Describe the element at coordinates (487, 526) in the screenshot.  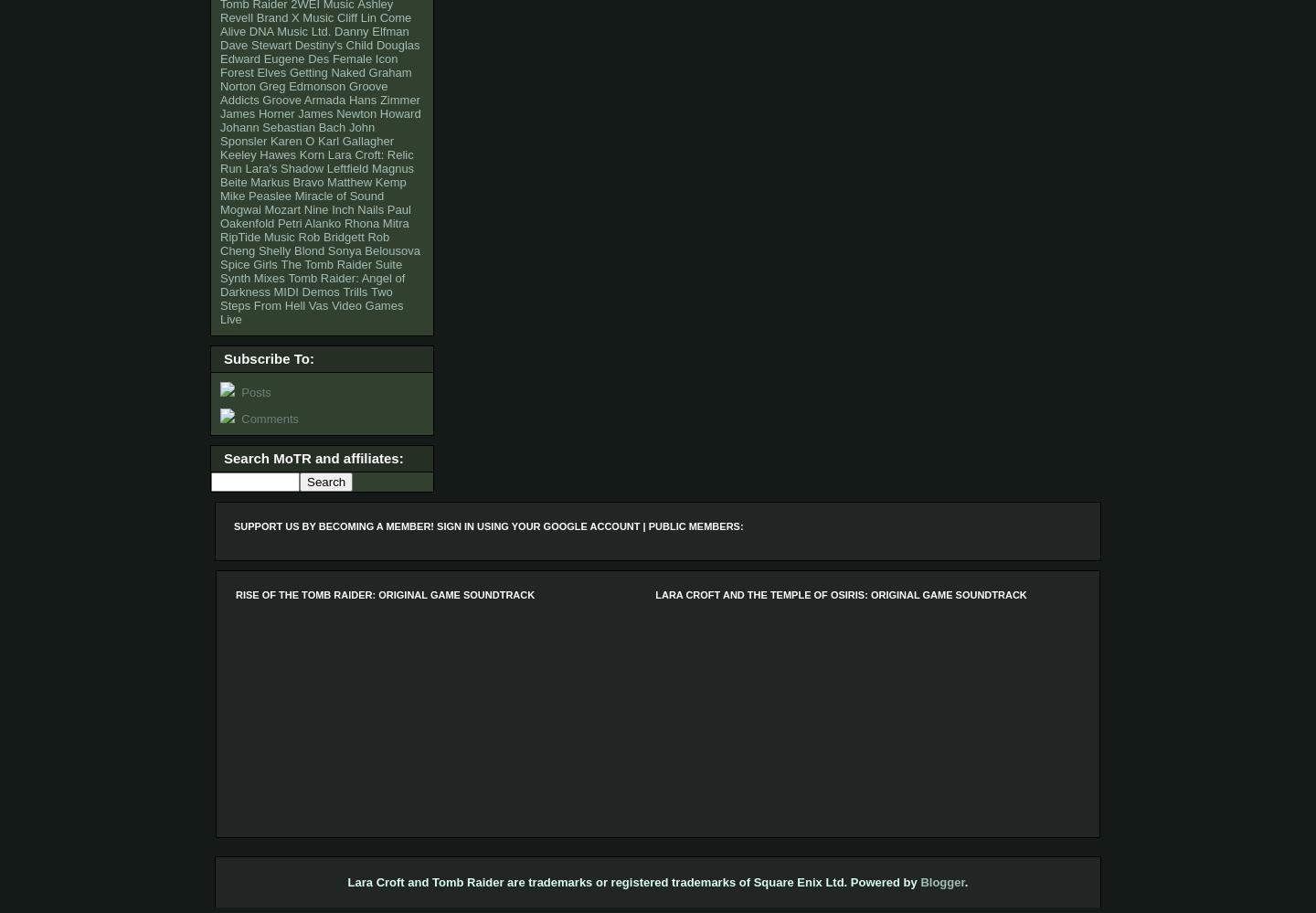
I see `'Support us by becoming a member! Sign in using your Google account   |   Public Members:'` at that location.